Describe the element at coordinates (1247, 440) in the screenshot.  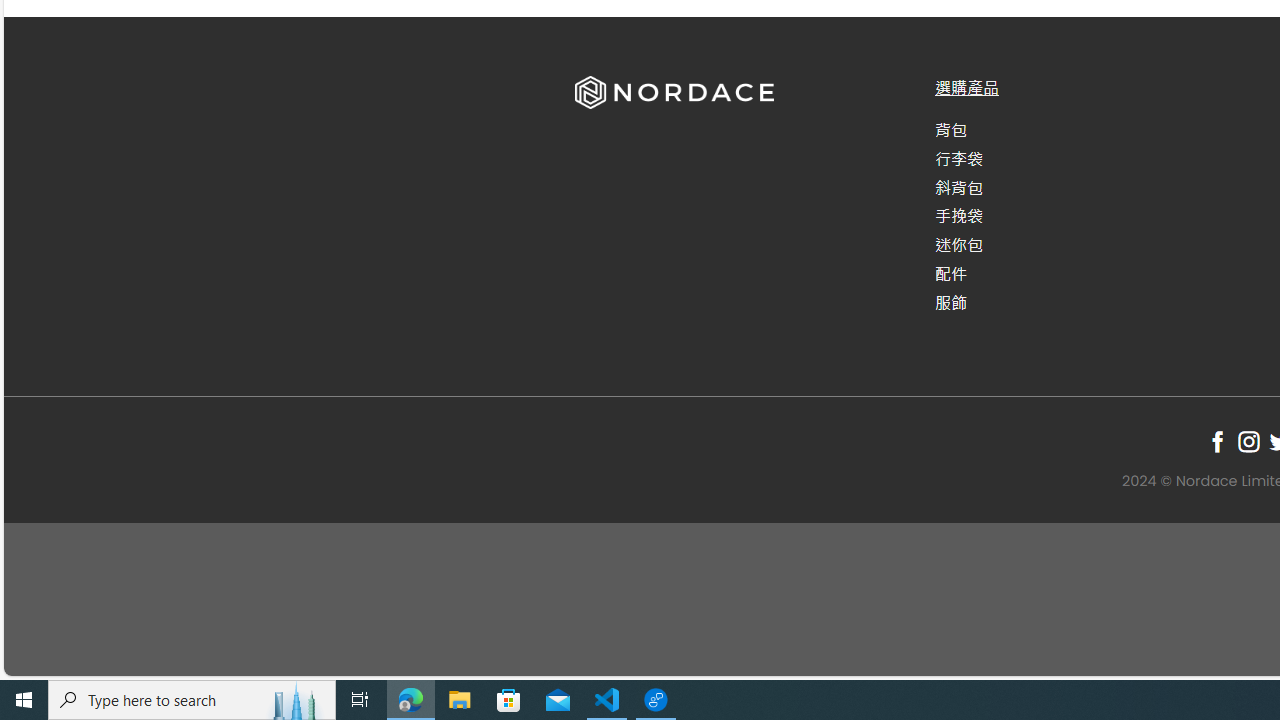
I see `'Follow on Instagram'` at that location.